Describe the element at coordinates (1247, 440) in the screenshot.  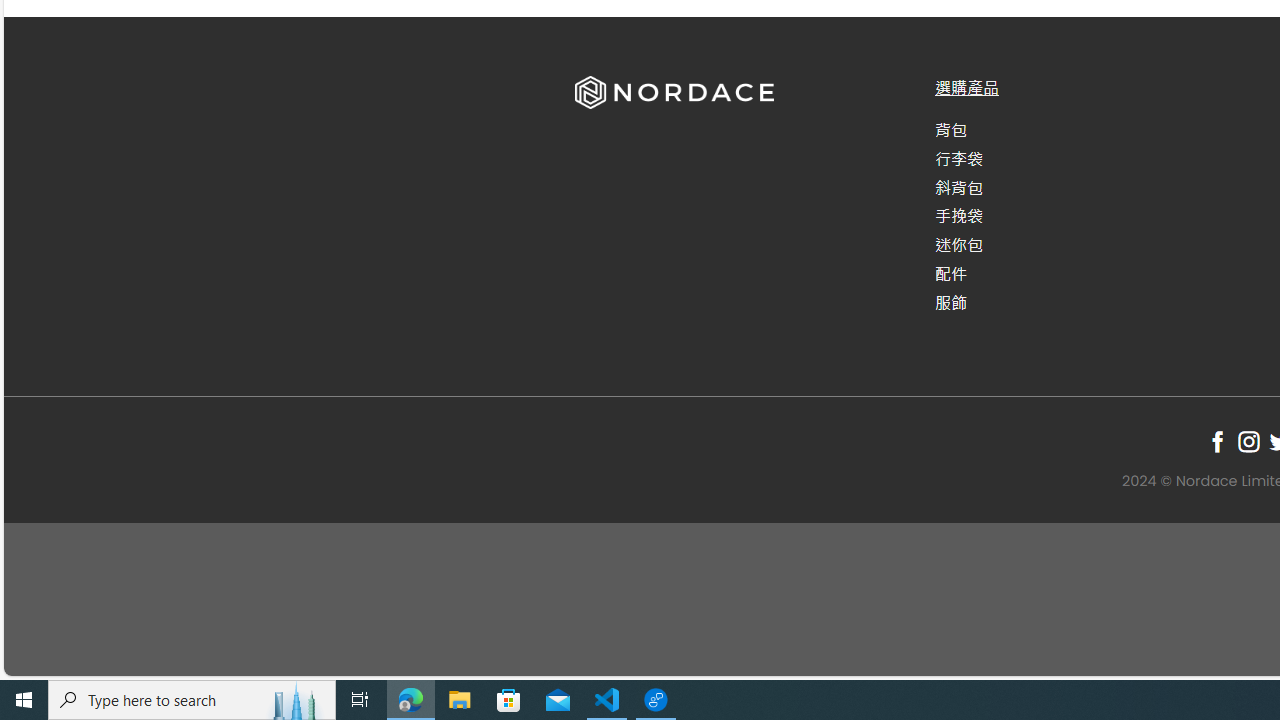
I see `'Follow on Instagram'` at that location.